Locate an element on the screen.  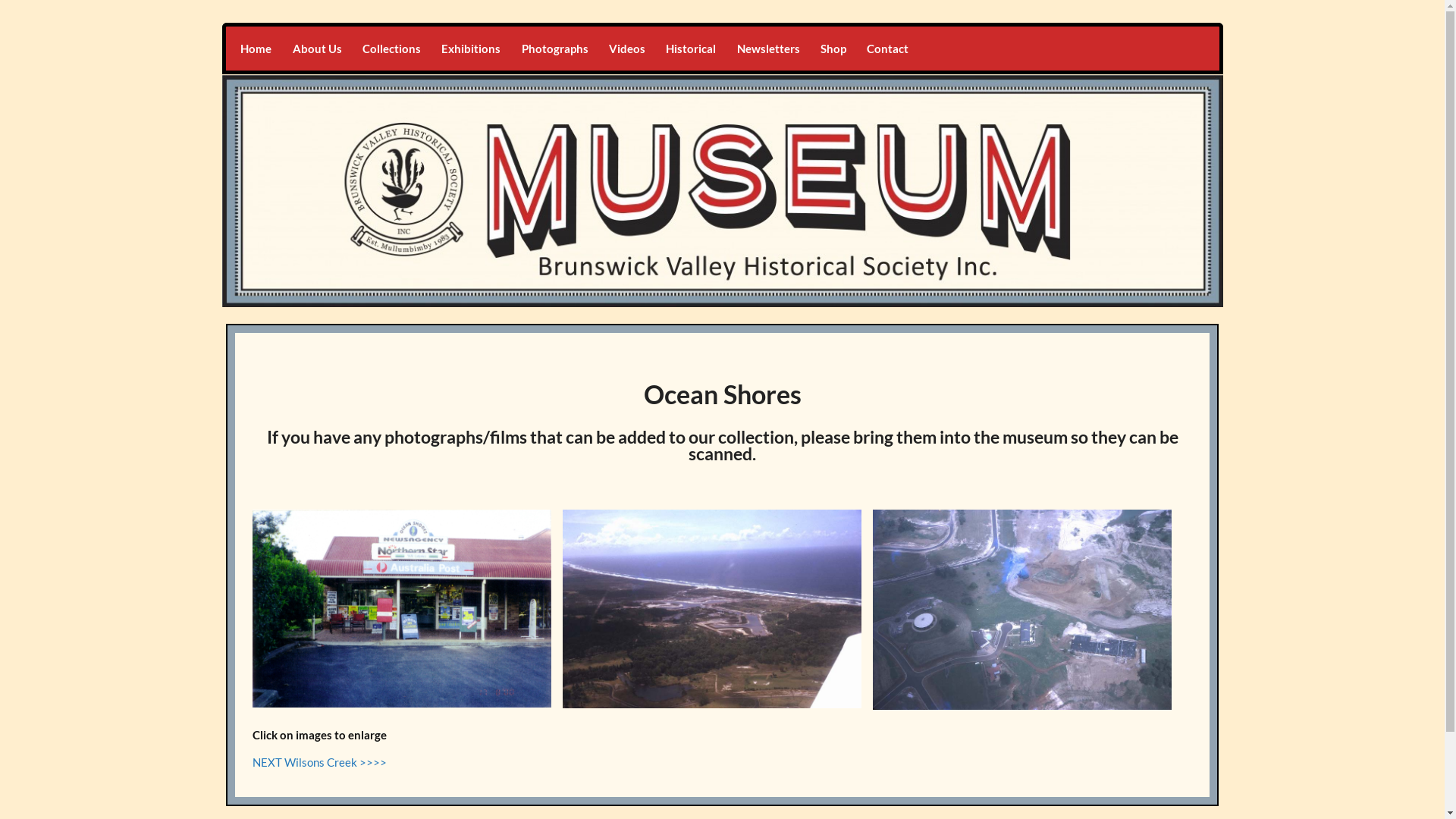
'Newsletters' is located at coordinates (767, 48).